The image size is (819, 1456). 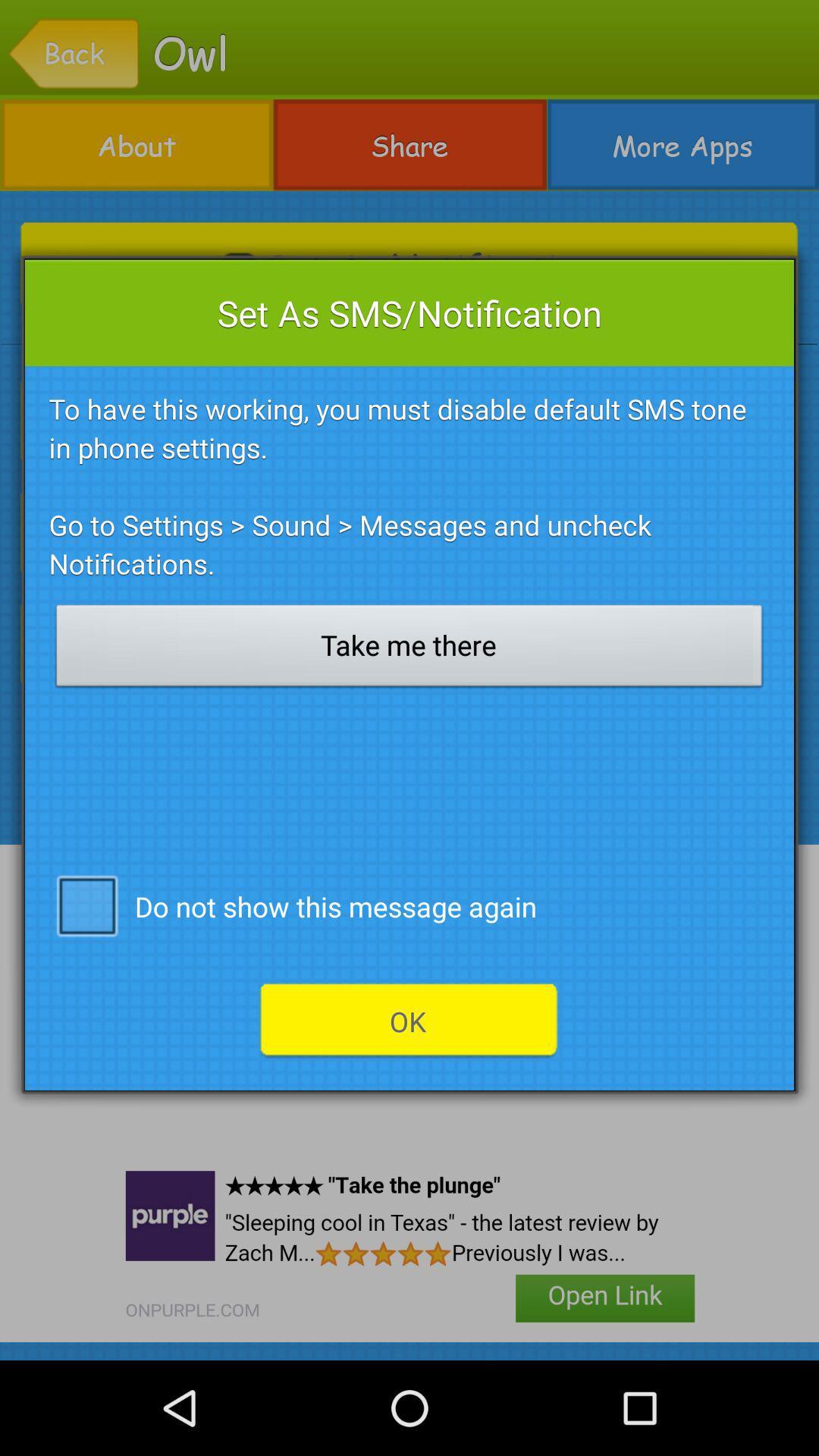 What do you see at coordinates (86, 905) in the screenshot?
I see `icon to the left of do not show` at bounding box center [86, 905].